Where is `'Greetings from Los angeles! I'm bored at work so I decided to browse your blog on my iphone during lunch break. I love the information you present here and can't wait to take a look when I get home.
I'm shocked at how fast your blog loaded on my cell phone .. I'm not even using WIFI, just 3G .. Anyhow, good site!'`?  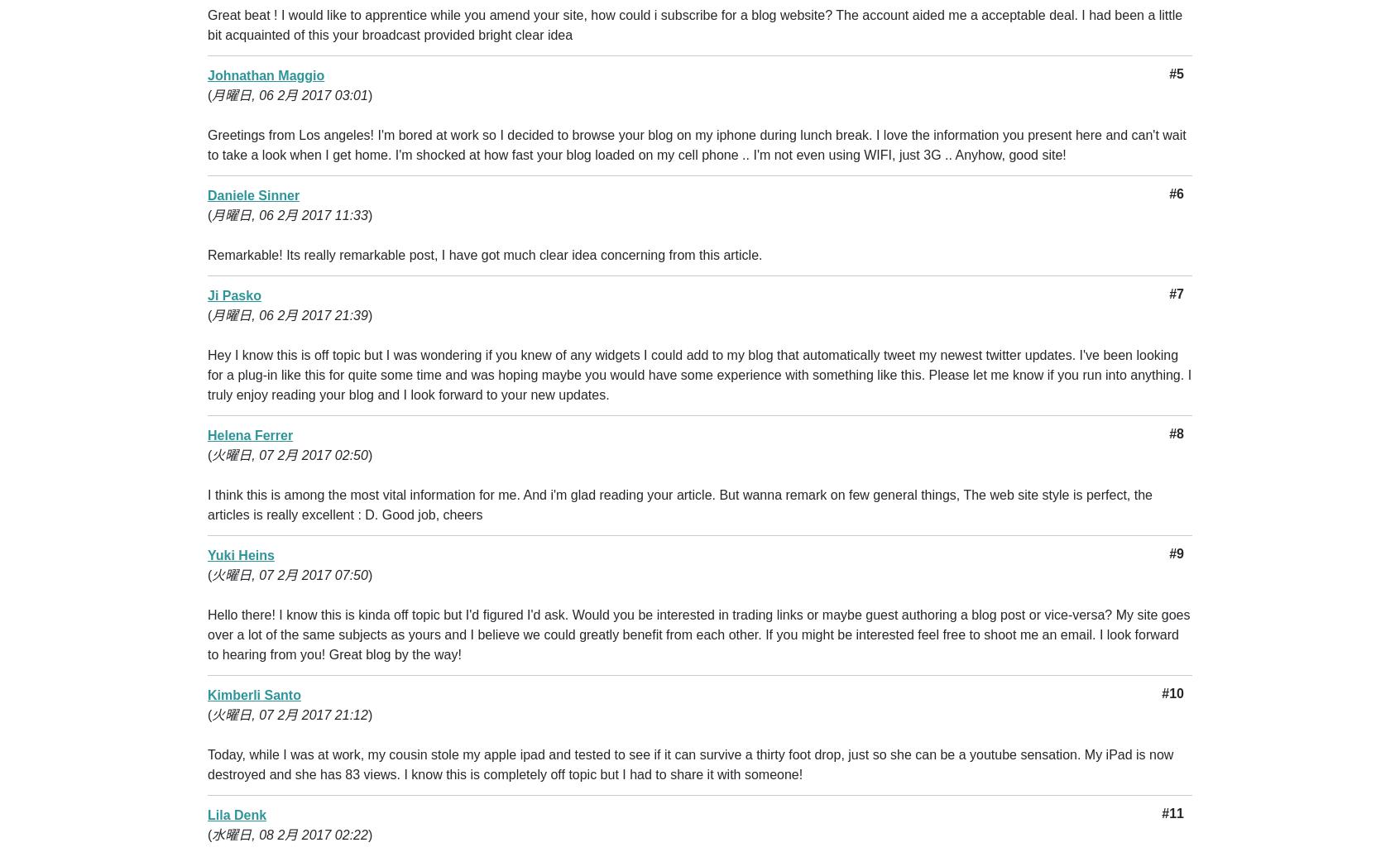 'Greetings from Los angeles! I'm bored at work so I decided to browse your blog on my iphone during lunch break. I love the information you present here and can't wait to take a look when I get home.
I'm shocked at how fast your blog loaded on my cell phone .. I'm not even using WIFI, just 3G .. Anyhow, good site!' is located at coordinates (696, 145).